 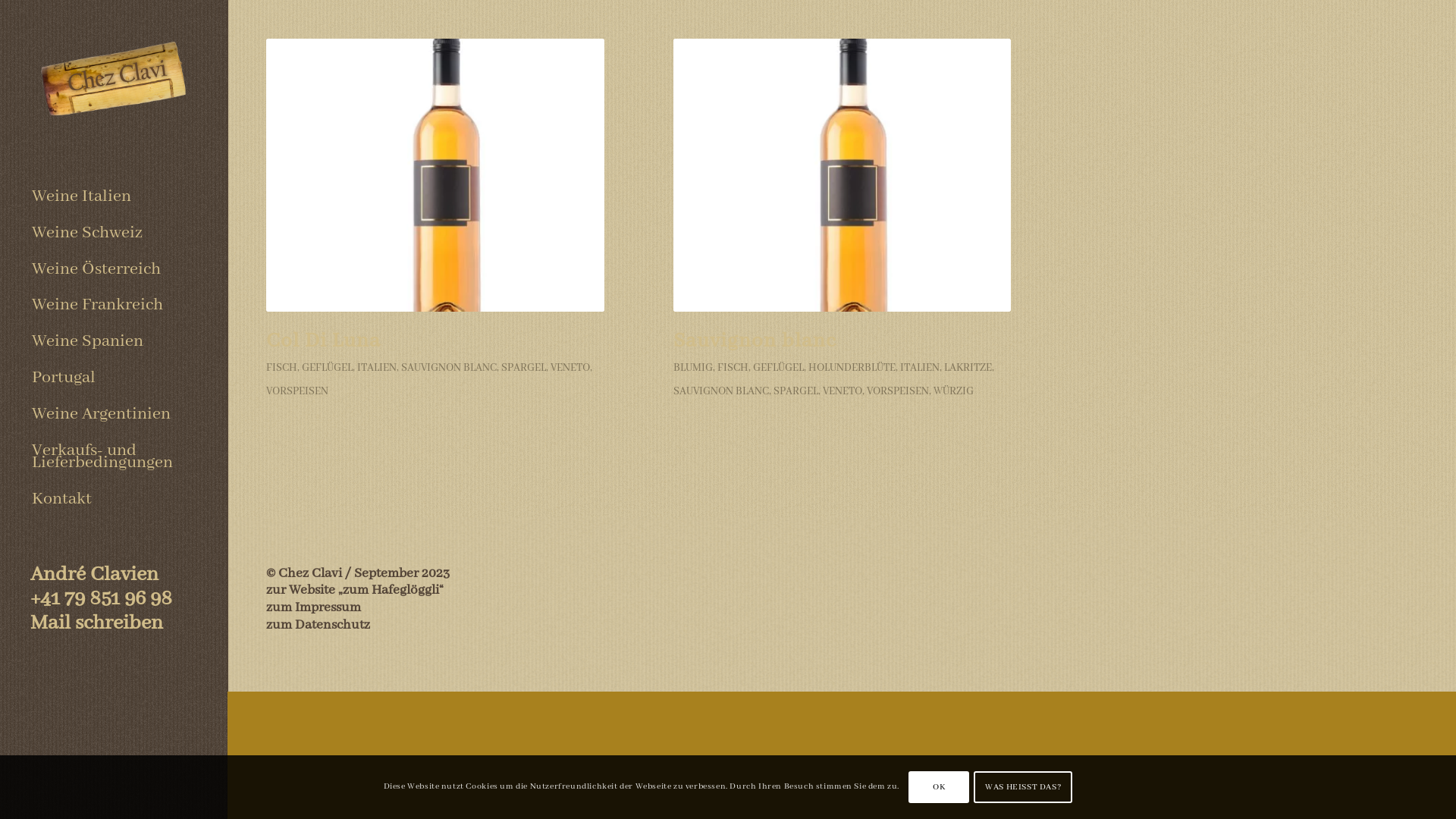 What do you see at coordinates (919, 368) in the screenshot?
I see `'ITALIEN'` at bounding box center [919, 368].